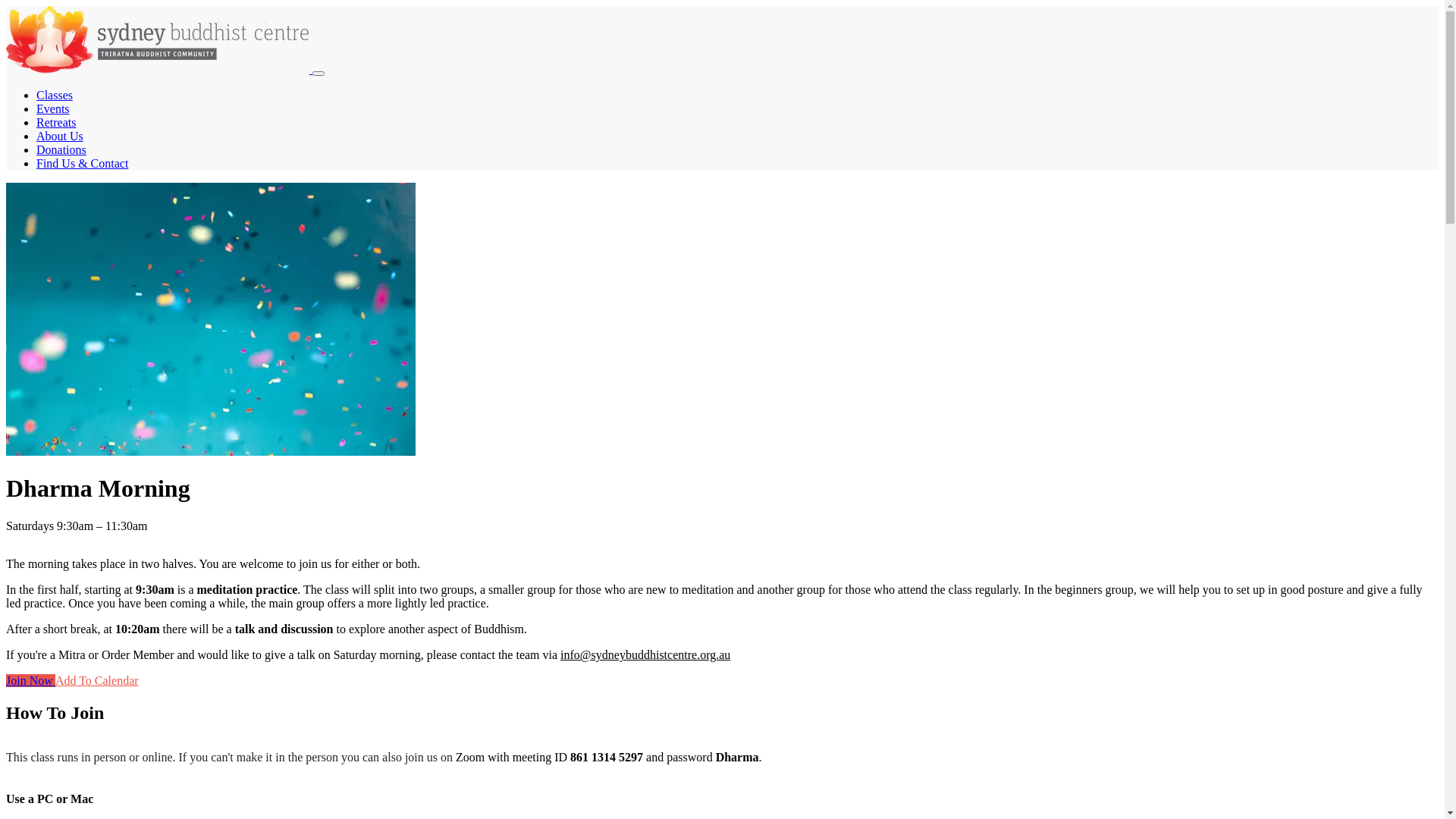 The height and width of the screenshot is (819, 1456). I want to click on 'About Us', so click(59, 135).